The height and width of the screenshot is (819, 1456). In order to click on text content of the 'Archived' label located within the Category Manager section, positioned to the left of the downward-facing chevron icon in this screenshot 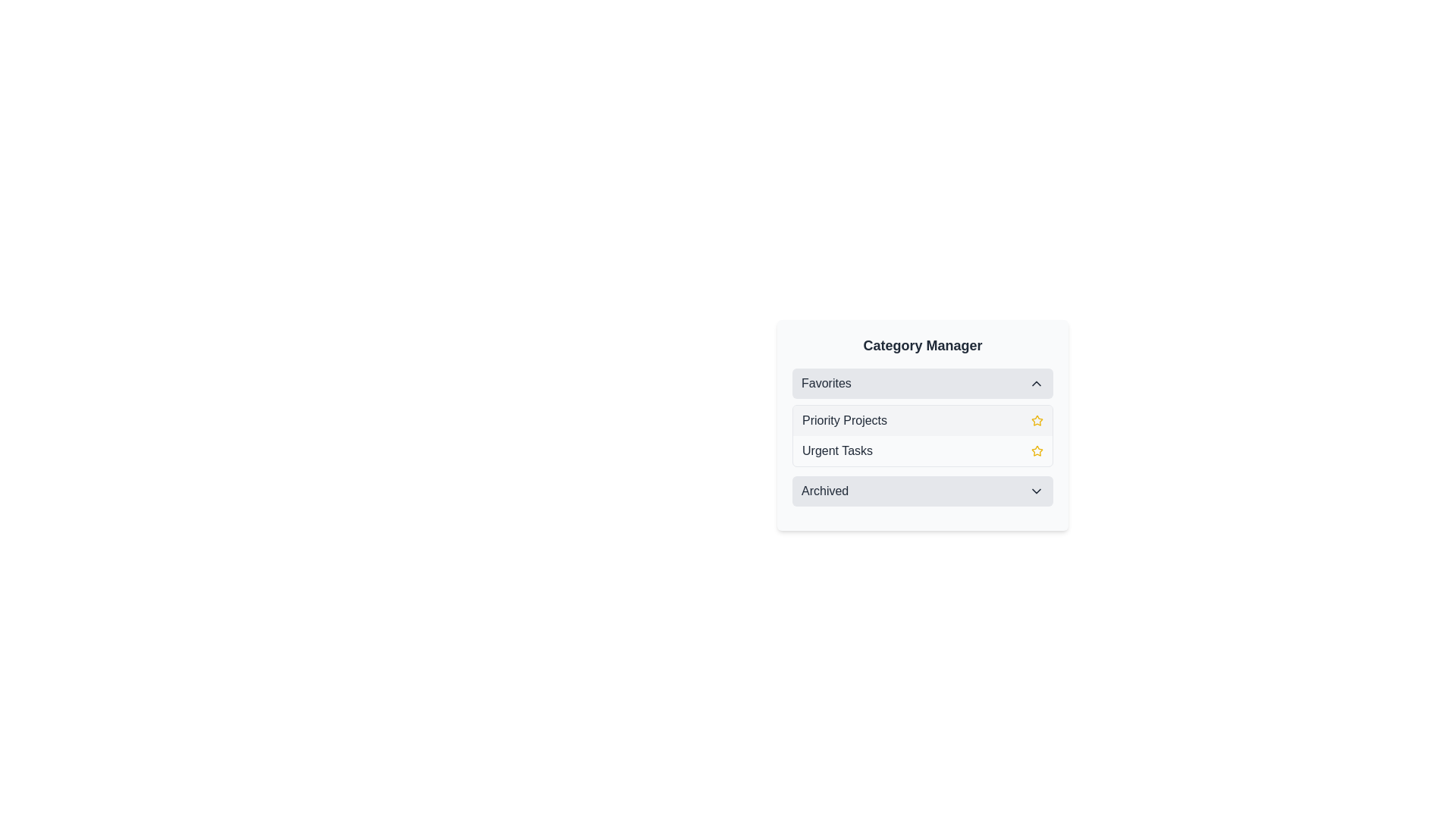, I will do `click(824, 491)`.